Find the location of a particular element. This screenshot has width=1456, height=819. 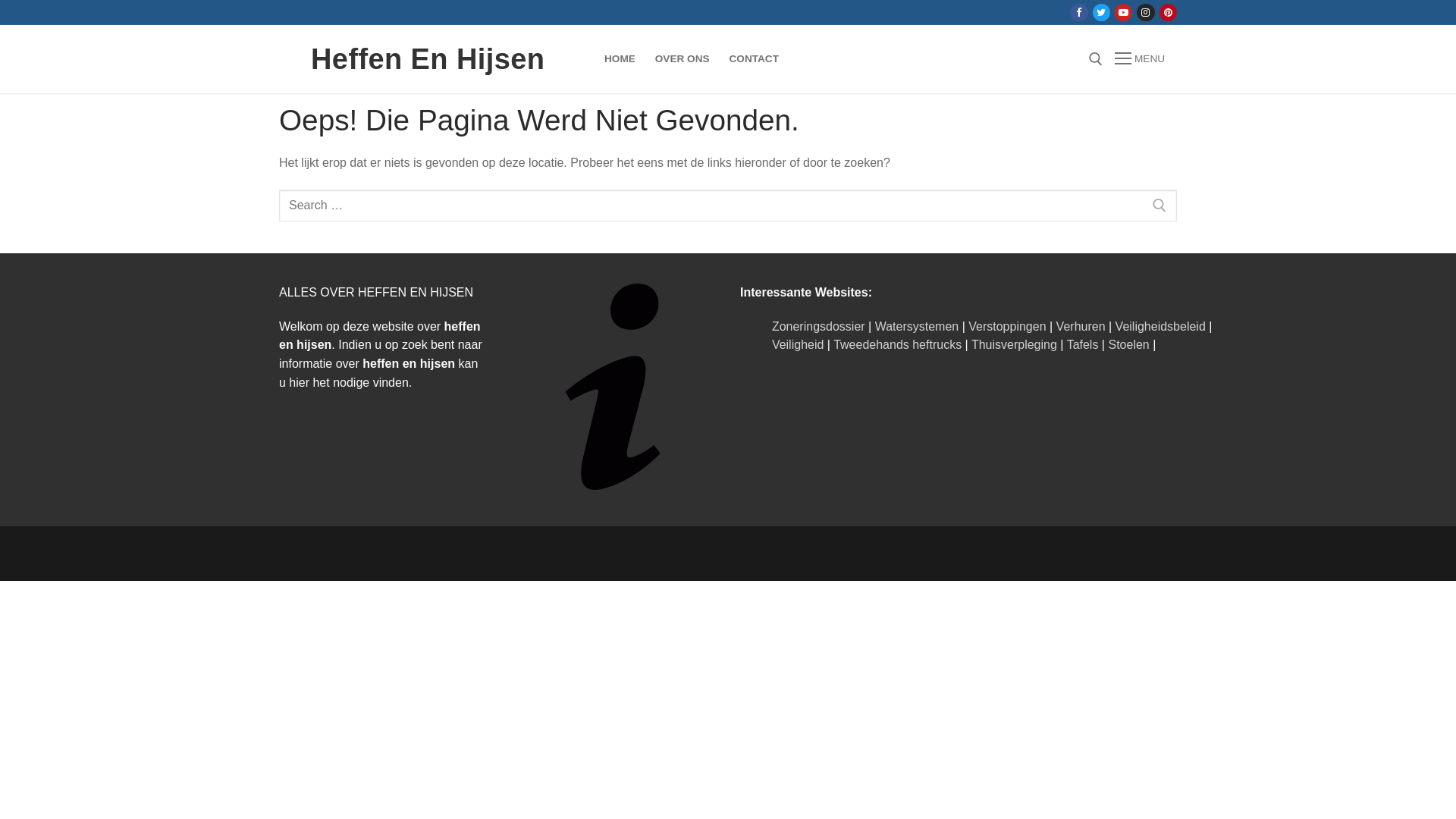

'Heffen En Hijsen' is located at coordinates (427, 58).